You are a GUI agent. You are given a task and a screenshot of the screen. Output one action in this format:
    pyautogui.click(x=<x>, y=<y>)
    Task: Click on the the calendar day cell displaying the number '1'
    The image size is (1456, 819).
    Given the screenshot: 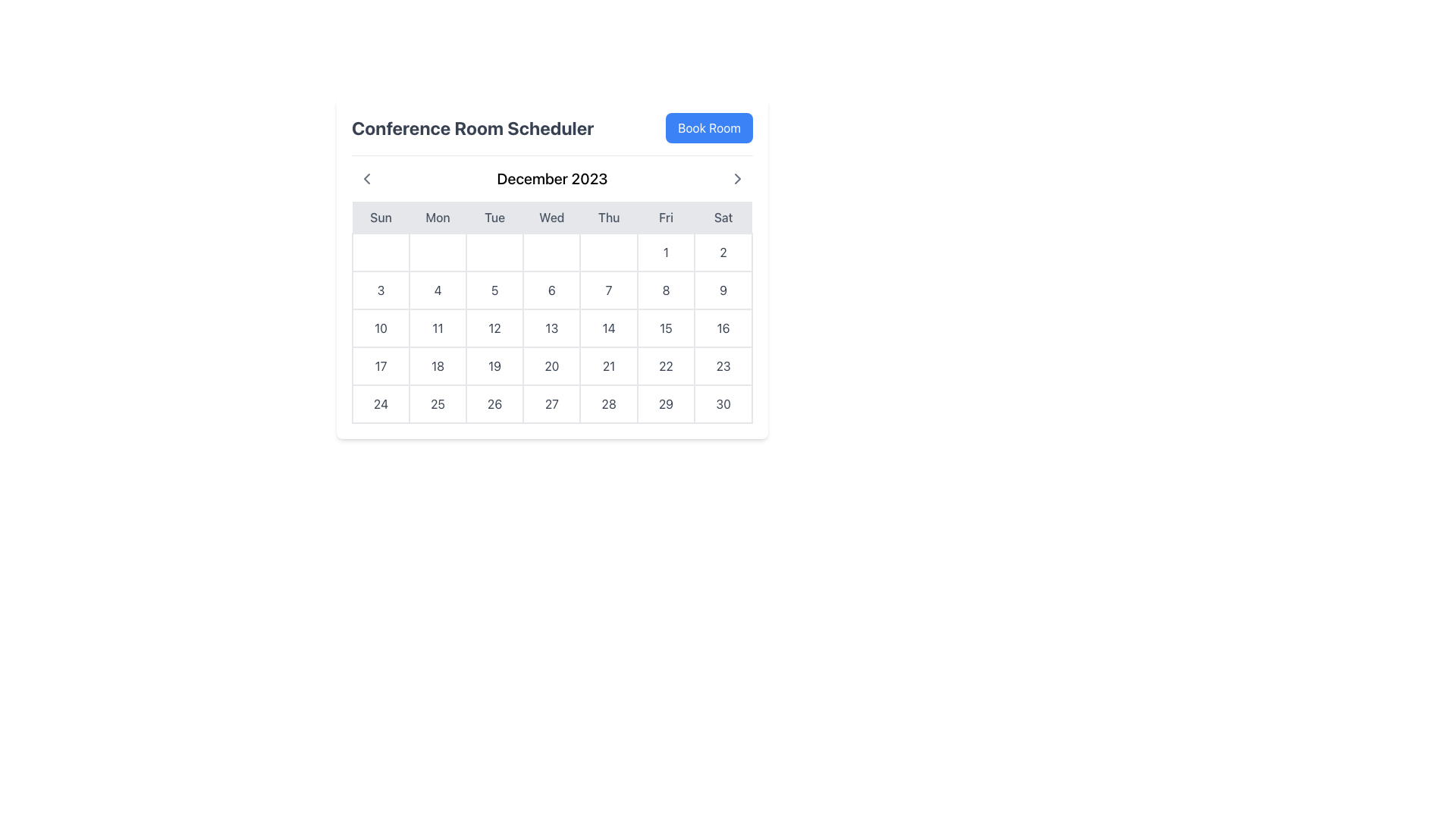 What is the action you would take?
    pyautogui.click(x=666, y=251)
    